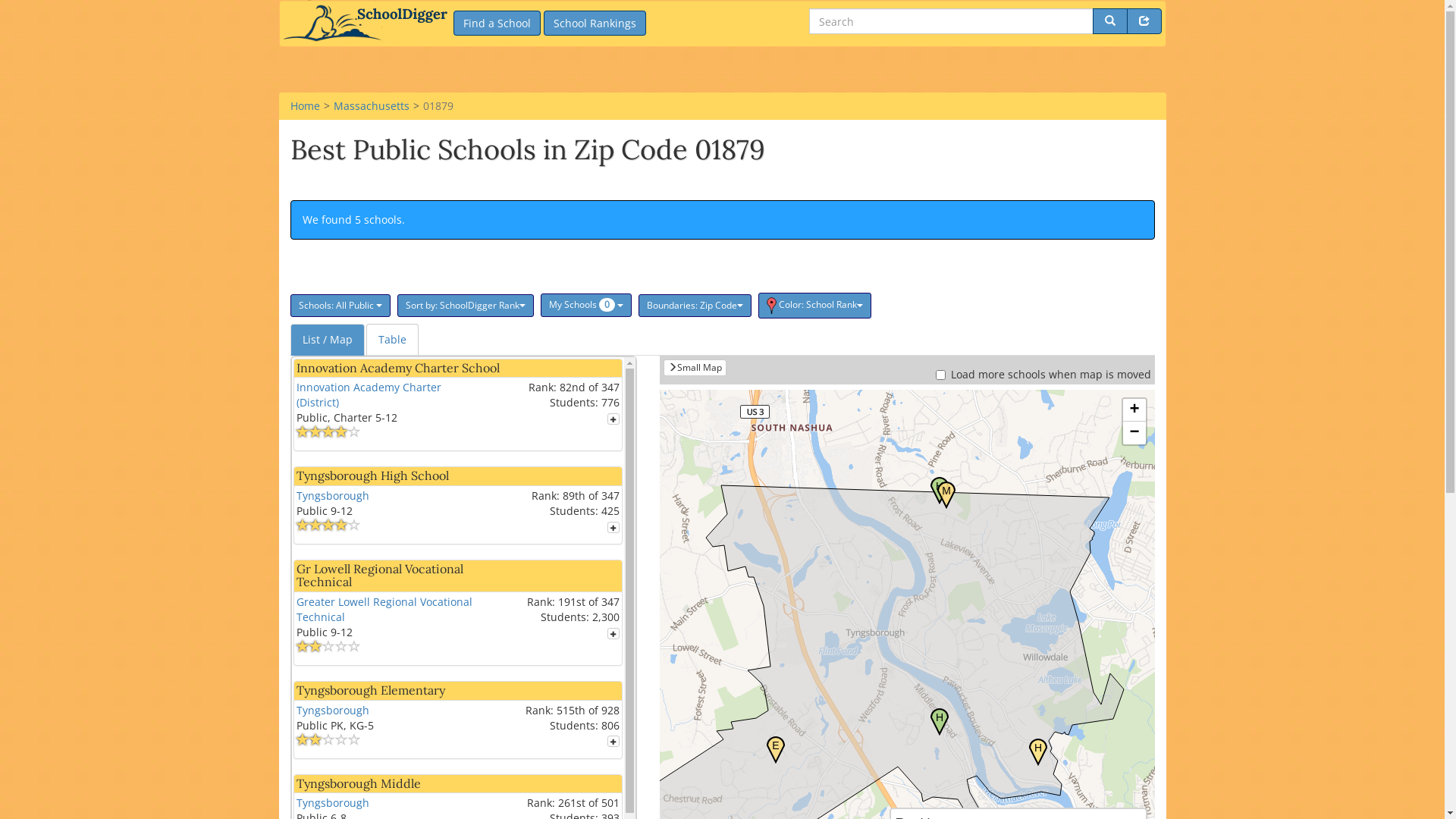 Image resolution: width=1456 pixels, height=819 pixels. What do you see at coordinates (365, 338) in the screenshot?
I see `'Table'` at bounding box center [365, 338].